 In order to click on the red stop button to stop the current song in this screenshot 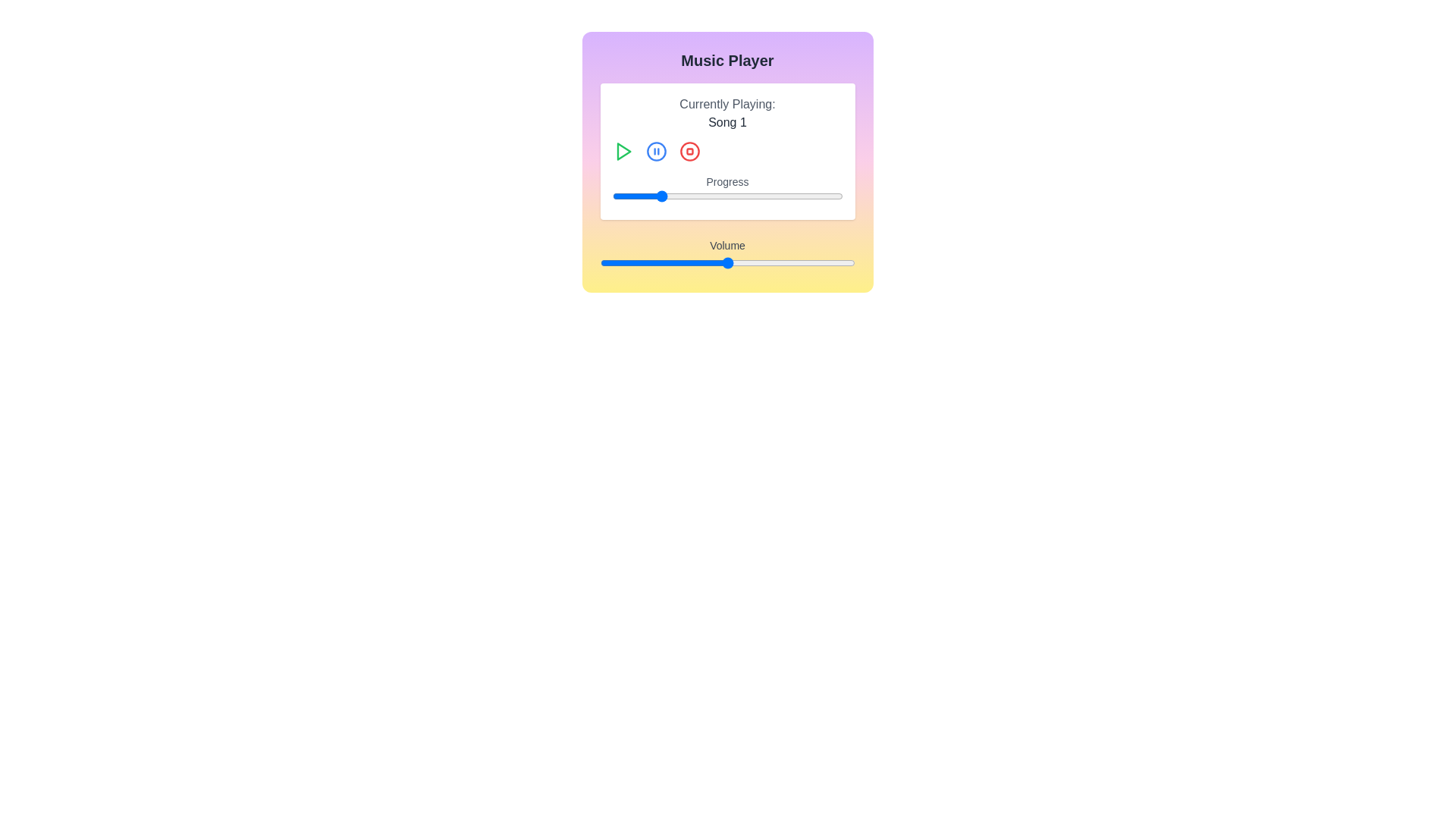, I will do `click(689, 152)`.